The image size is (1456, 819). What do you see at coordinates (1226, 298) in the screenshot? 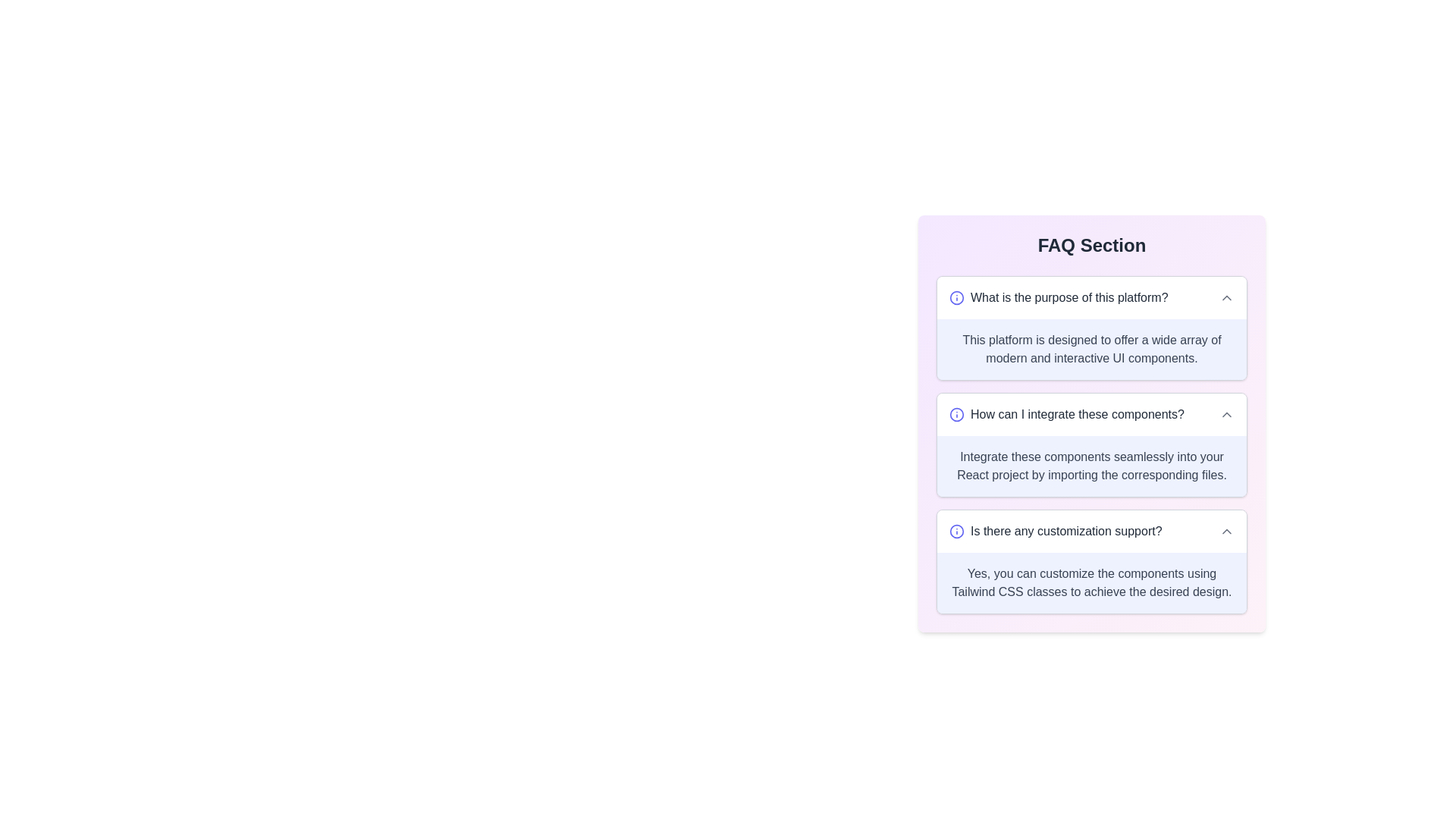
I see `the Chevron-Up icon button located on the far-right side of the question 'What is the purpose of this platform?'` at bounding box center [1226, 298].